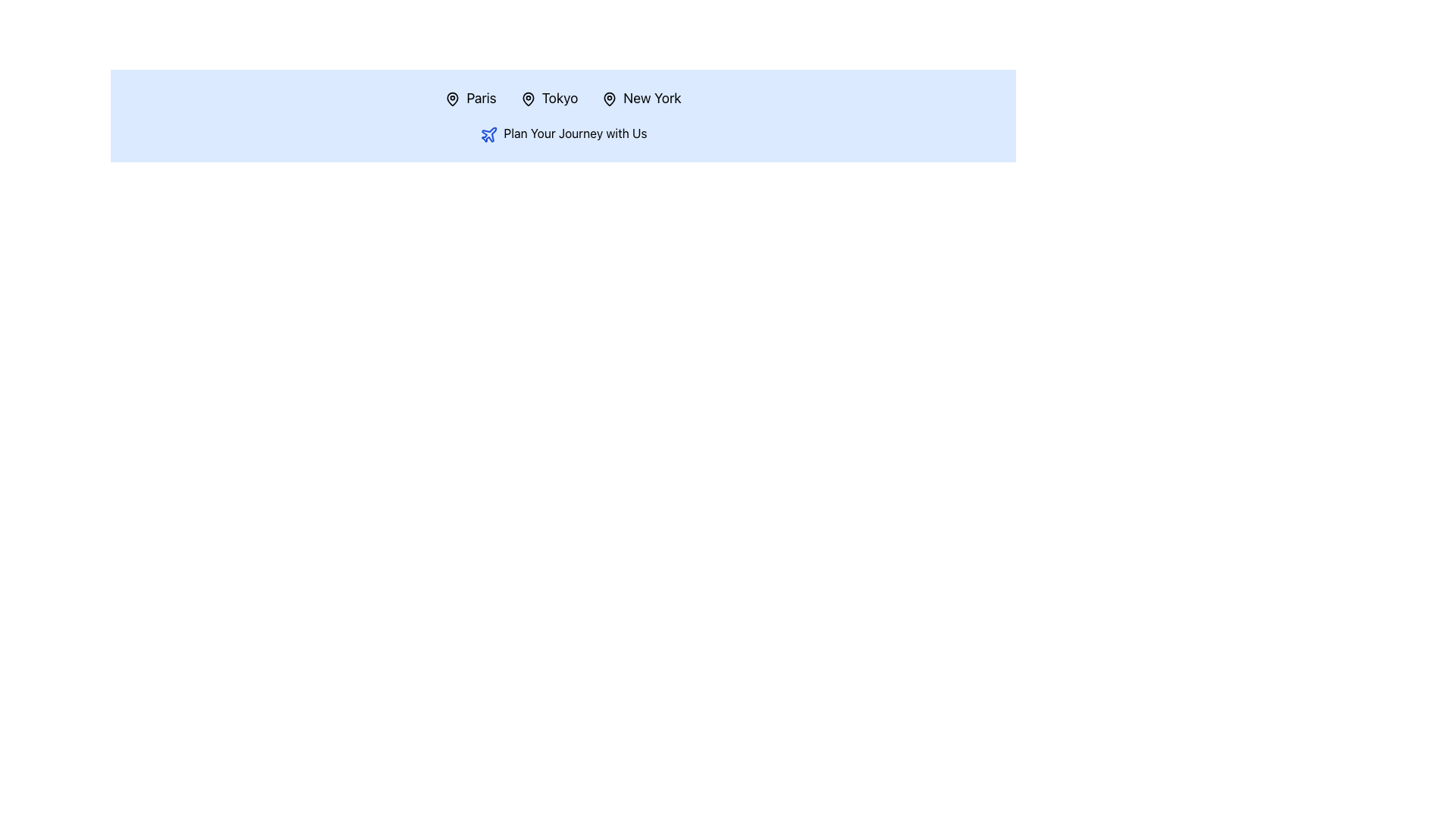 The width and height of the screenshot is (1456, 819). What do you see at coordinates (488, 133) in the screenshot?
I see `the blue outline-style airplane icon located to the left of the text 'Plan Your Journey with Us.'` at bounding box center [488, 133].